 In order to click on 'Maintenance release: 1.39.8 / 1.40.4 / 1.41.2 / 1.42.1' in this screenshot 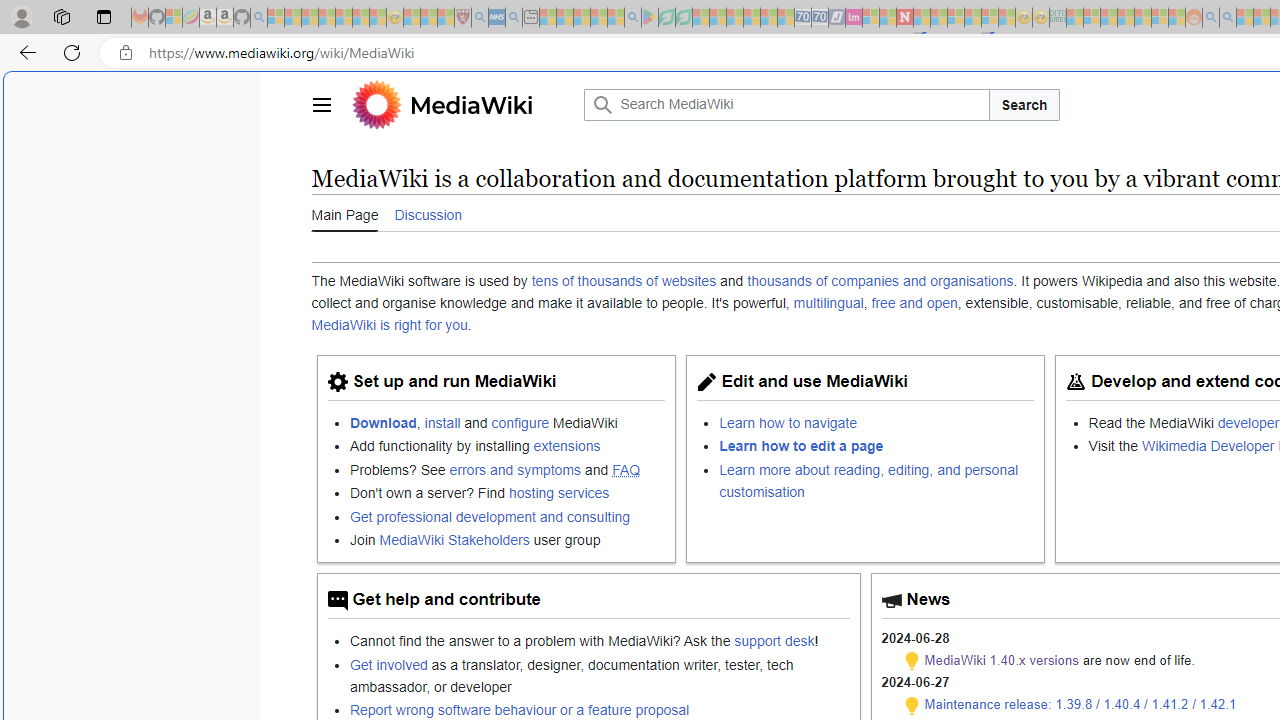, I will do `click(1079, 703)`.